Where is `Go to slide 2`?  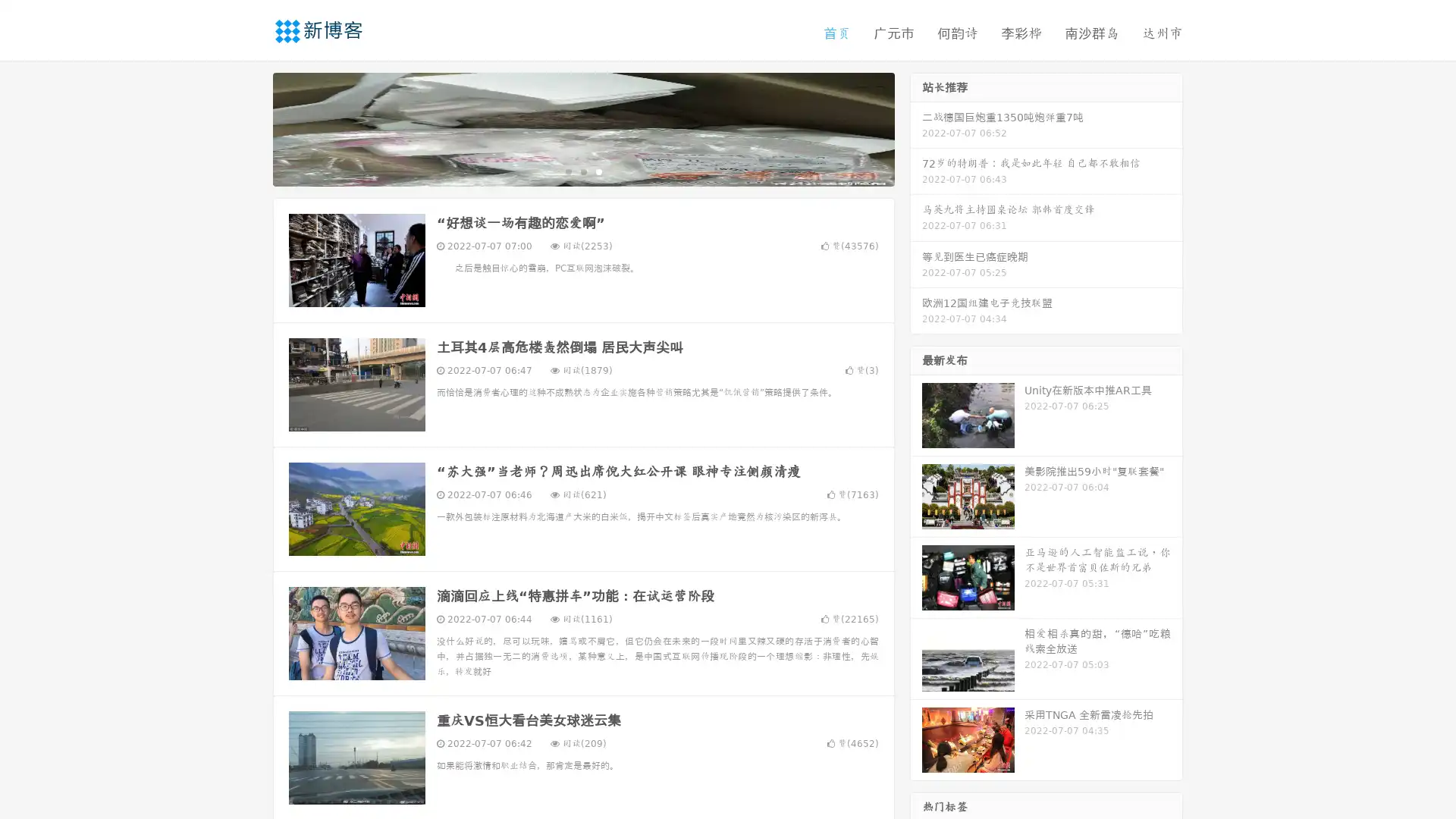
Go to slide 2 is located at coordinates (582, 171).